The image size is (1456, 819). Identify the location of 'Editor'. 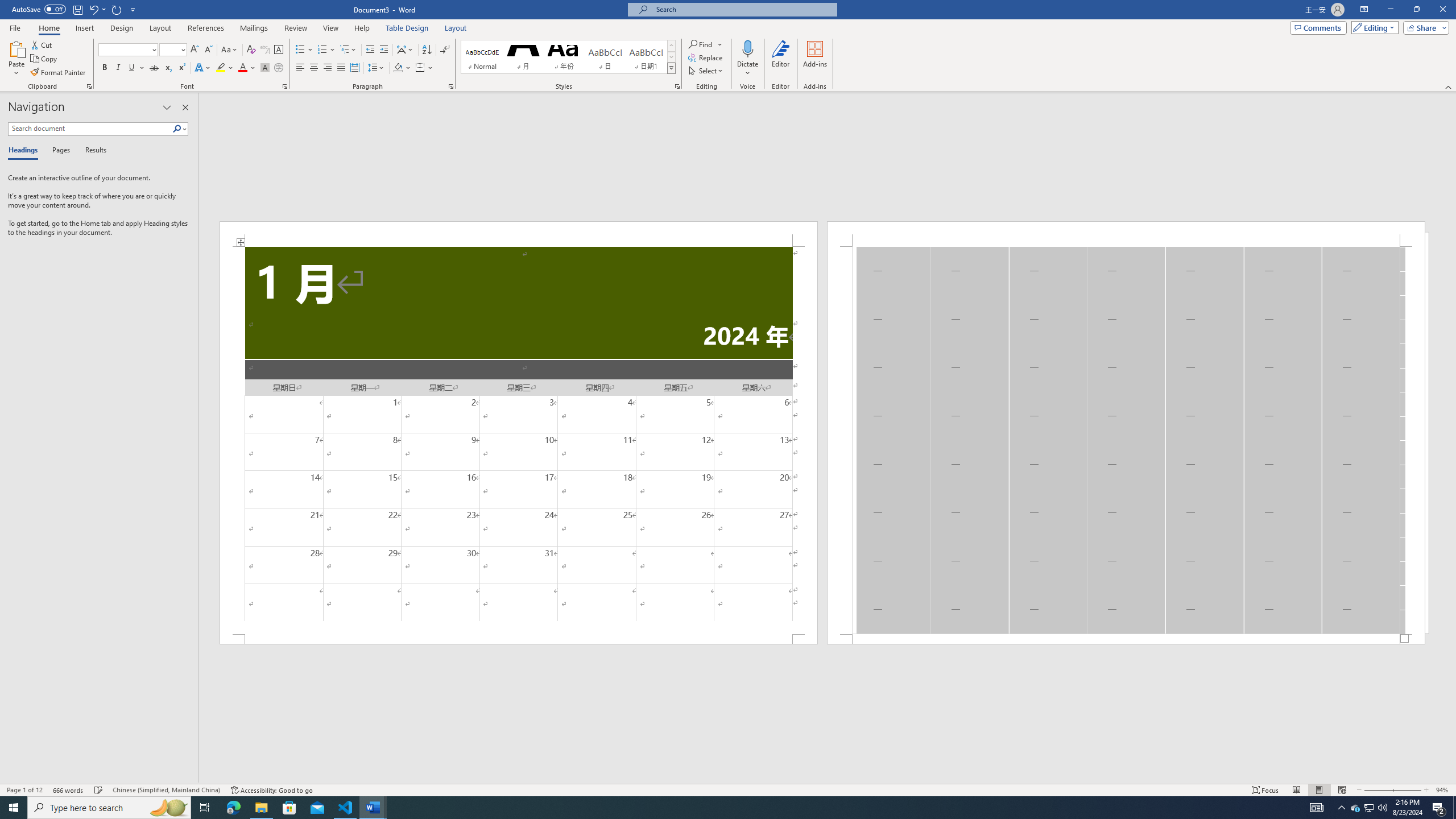
(781, 59).